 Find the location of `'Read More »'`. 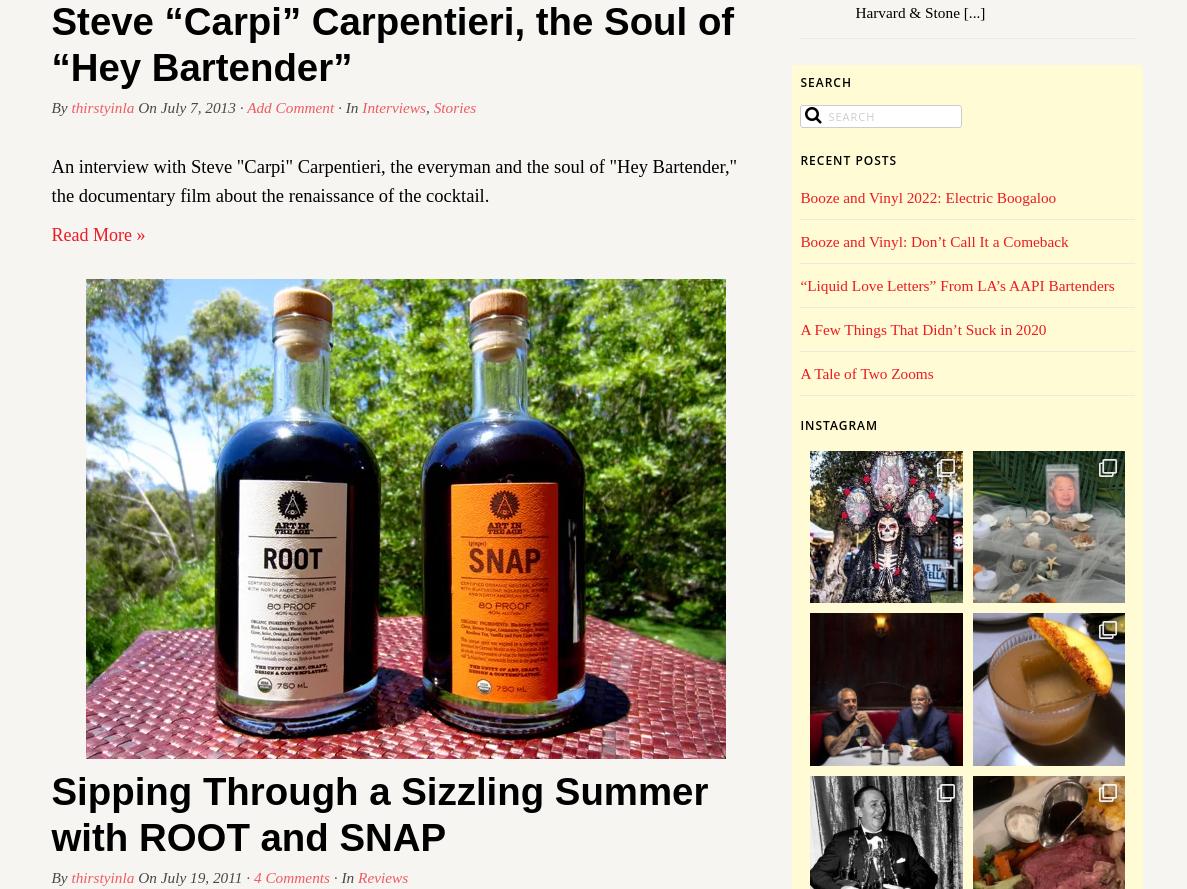

'Read More »' is located at coordinates (98, 232).